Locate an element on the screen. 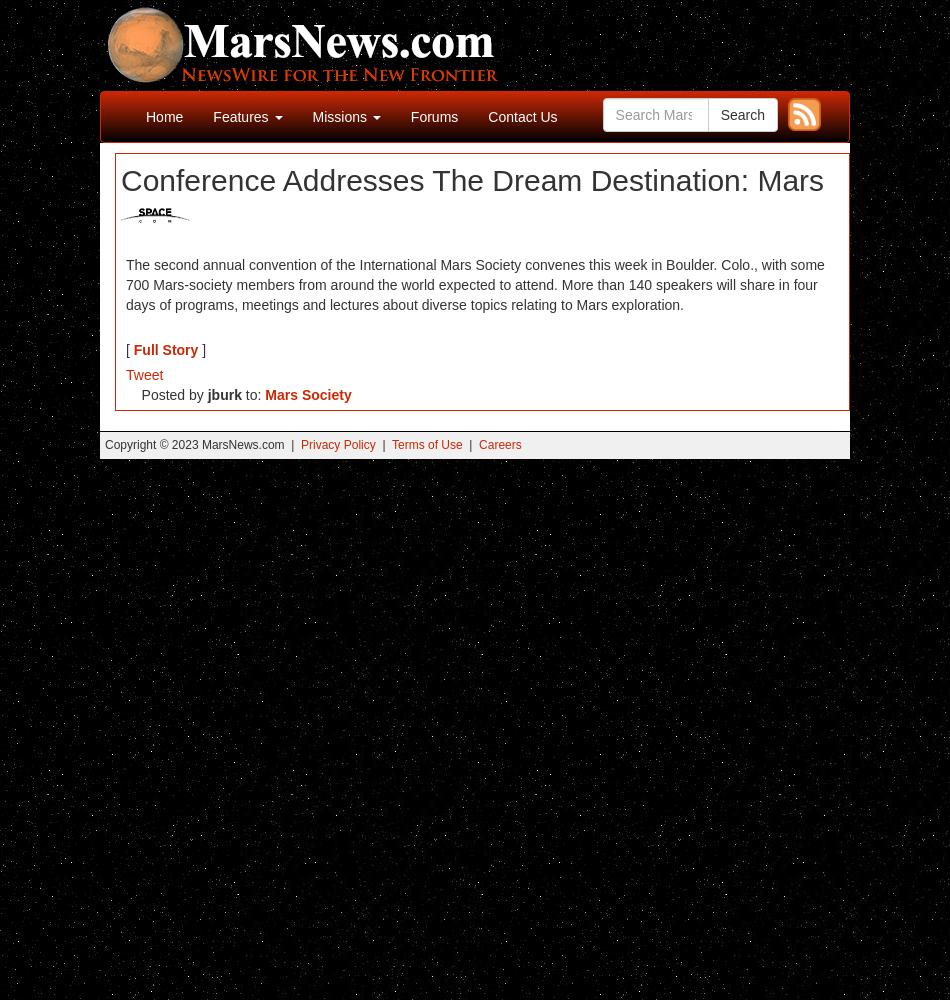 Image resolution: width=950 pixels, height=1000 pixels. 'Posted by' is located at coordinates (166, 395).